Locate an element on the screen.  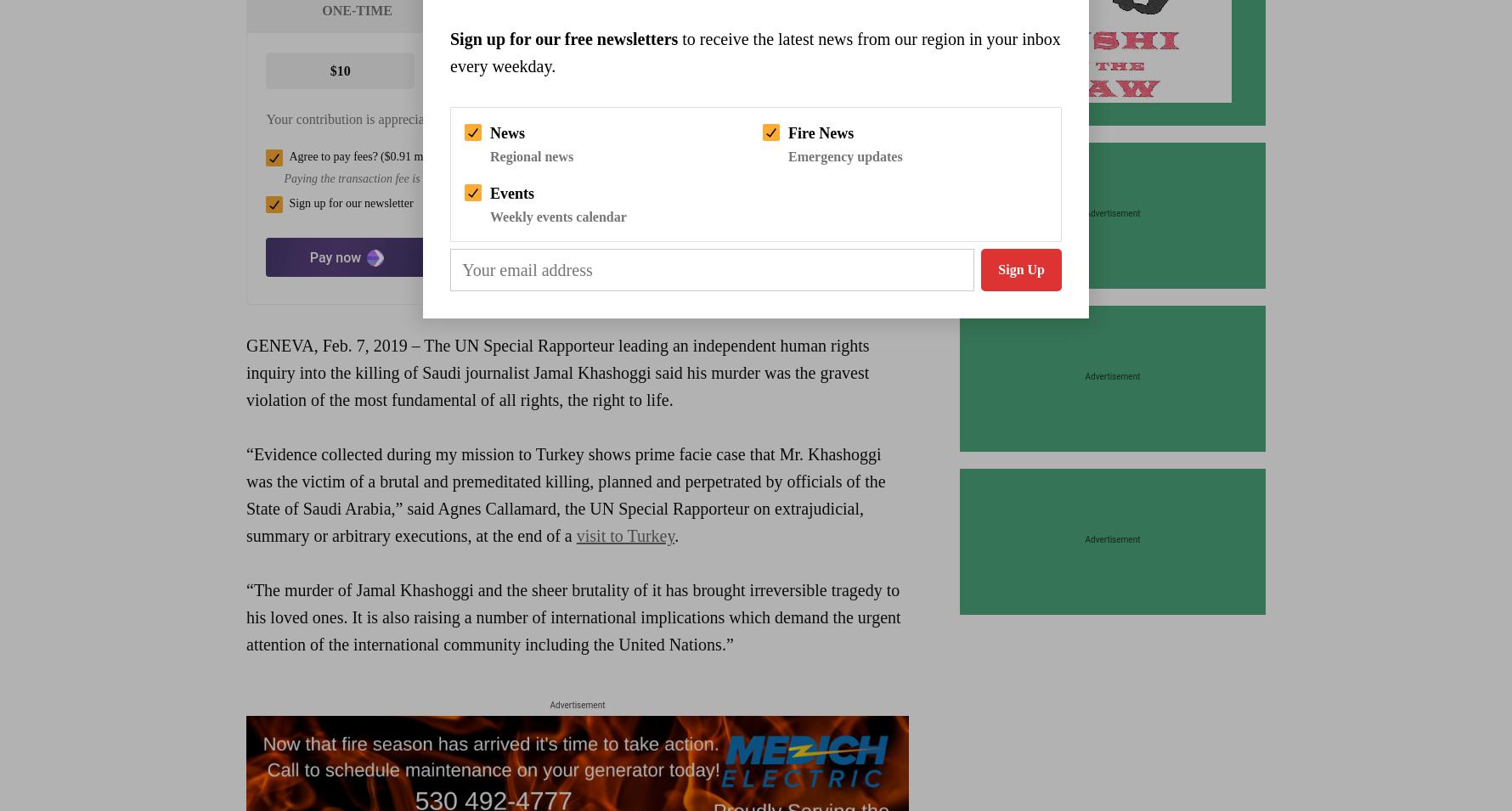
'to receive the latest news from our region in your inbox every weekday.' is located at coordinates (753, 51).